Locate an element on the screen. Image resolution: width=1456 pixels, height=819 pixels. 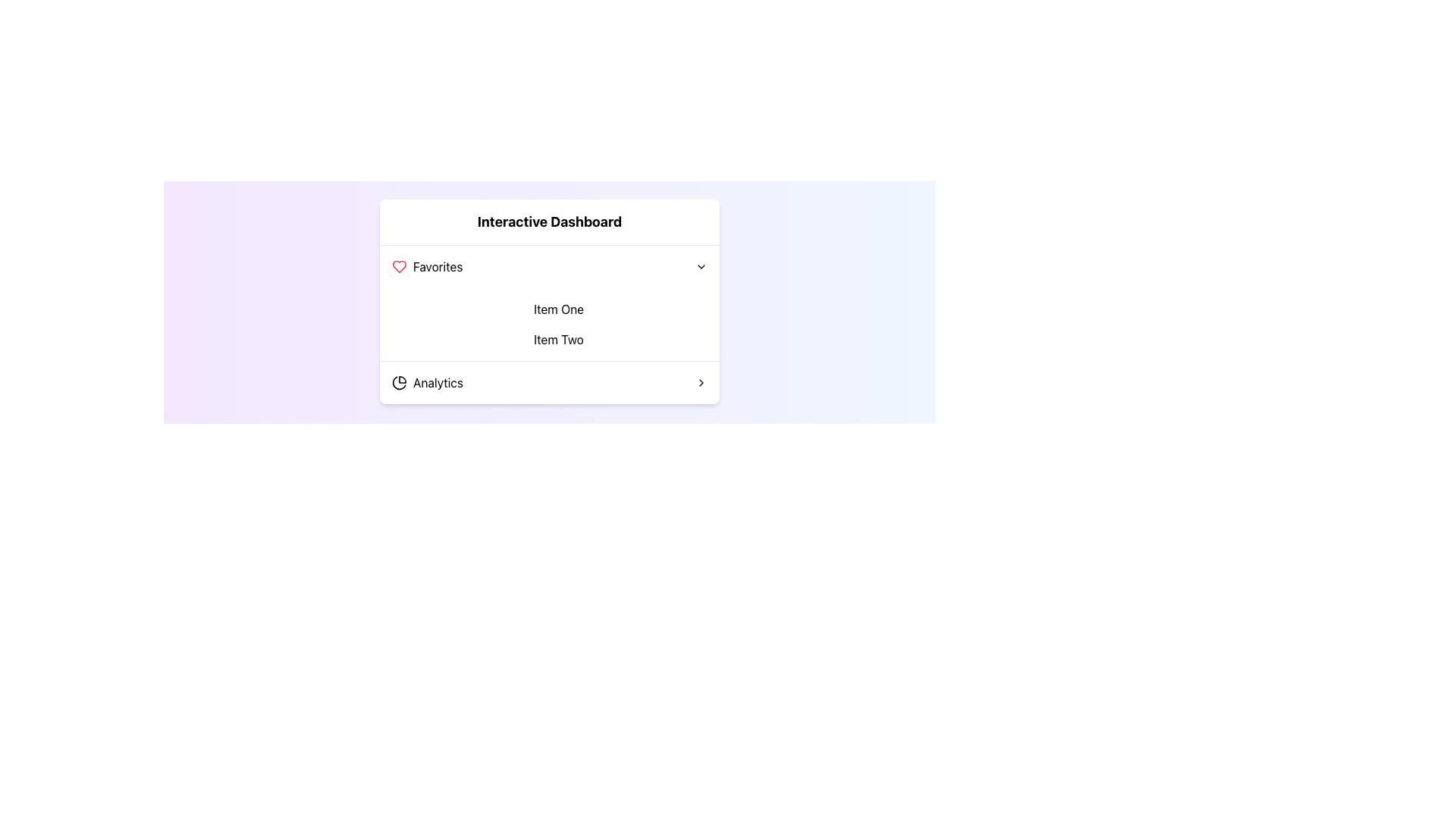
the text-based menu item labeled 'Item One' is located at coordinates (558, 309).